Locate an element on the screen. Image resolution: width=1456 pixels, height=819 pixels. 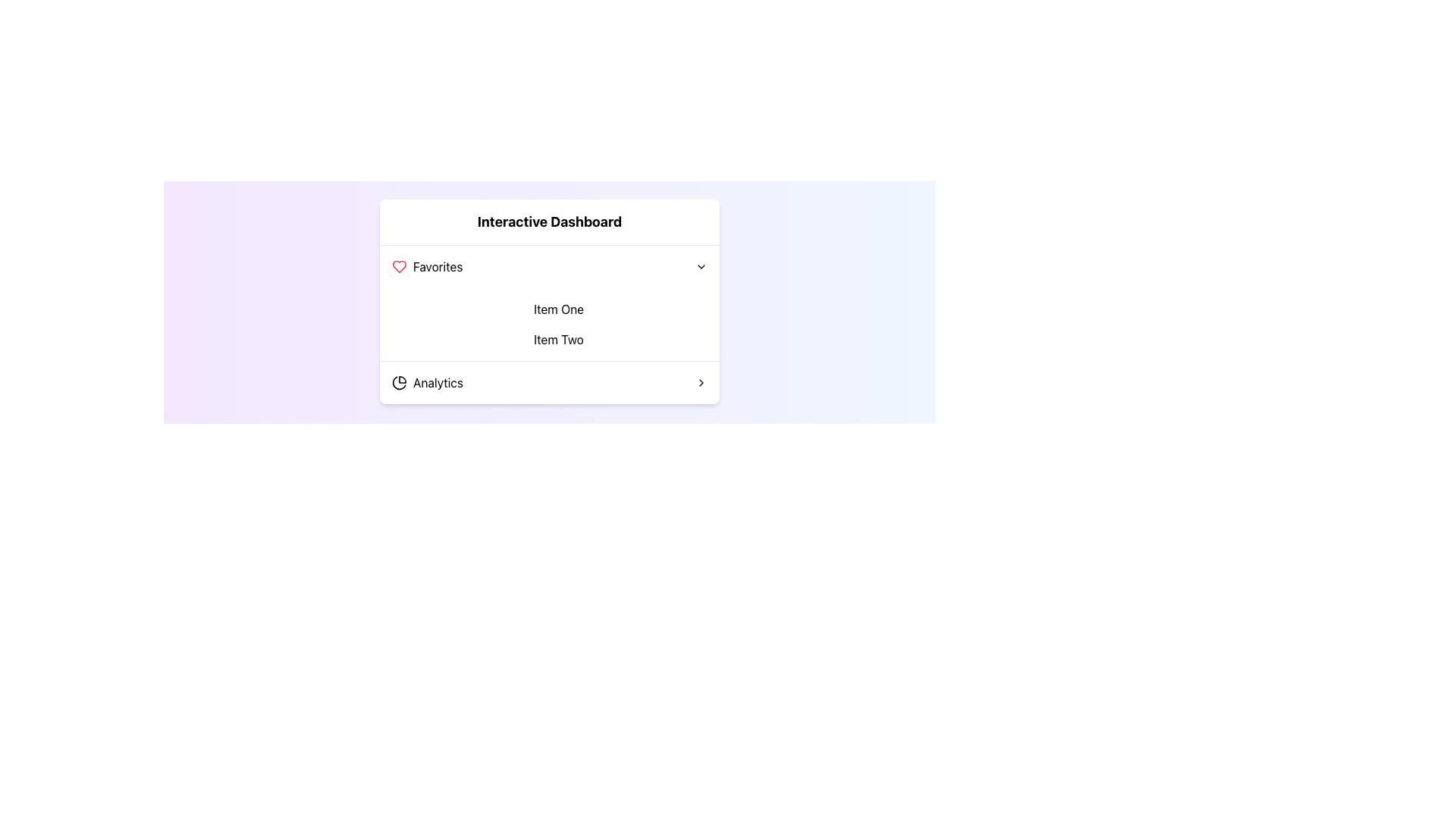
the text-based menu item labeled 'Item One' is located at coordinates (558, 309).